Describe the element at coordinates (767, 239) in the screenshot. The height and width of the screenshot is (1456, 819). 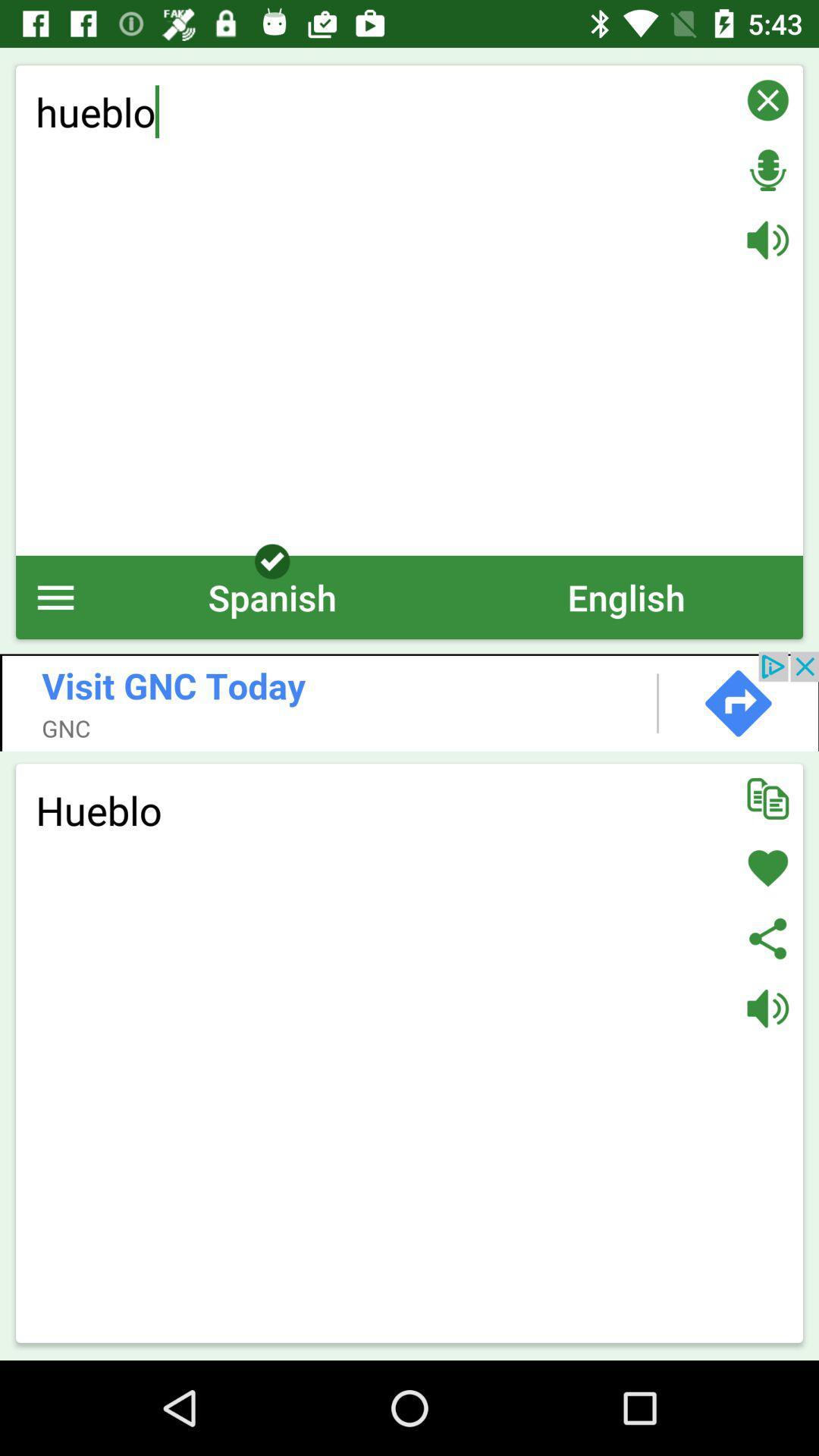
I see `turn up the volume` at that location.